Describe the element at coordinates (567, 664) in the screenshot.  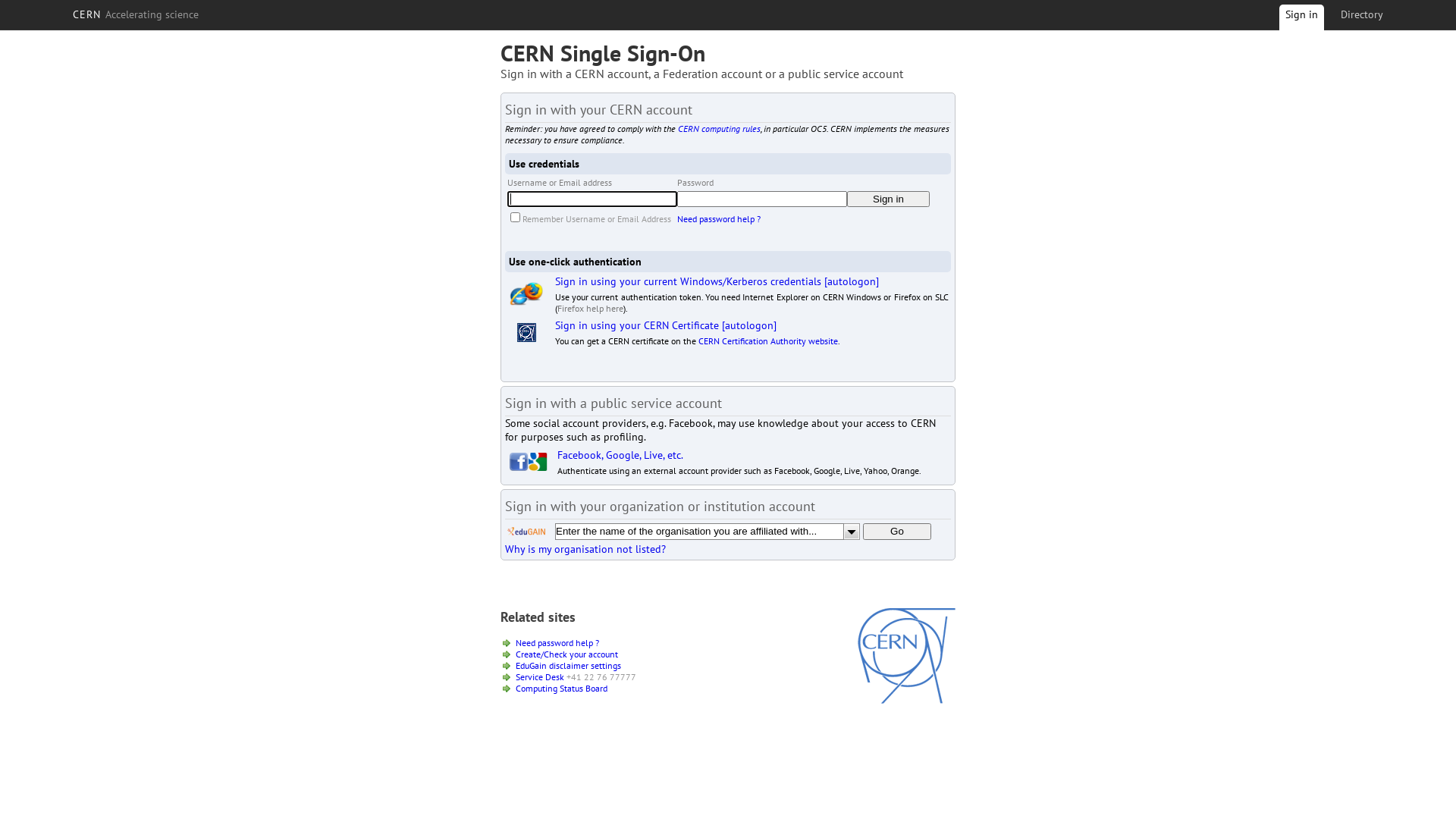
I see `'EduGain disclaimer settings'` at that location.